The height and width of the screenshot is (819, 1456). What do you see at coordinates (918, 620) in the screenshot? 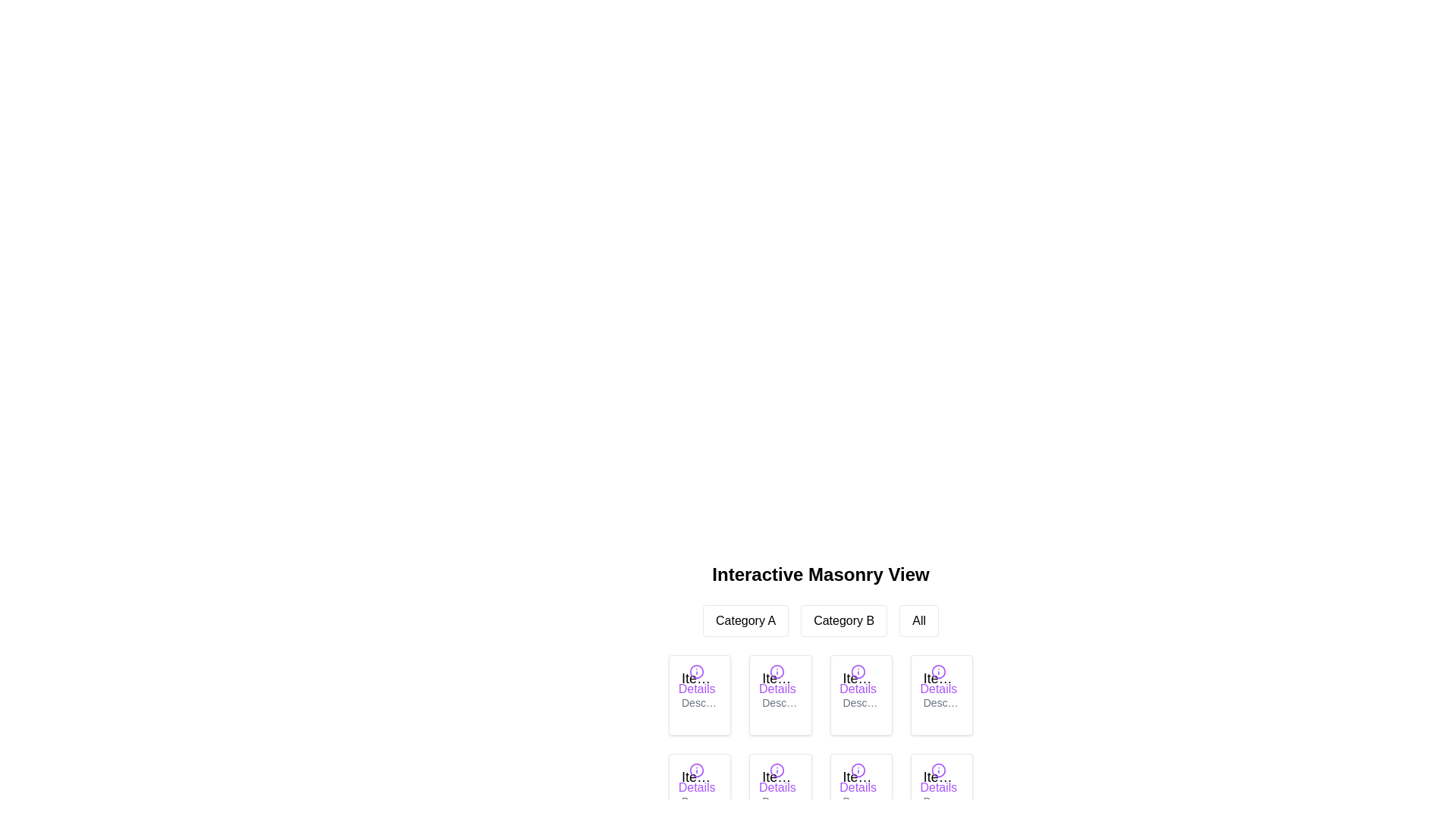
I see `the third button in the horizontal row below the heading 'Interactive Masonry View' to filter content` at bounding box center [918, 620].